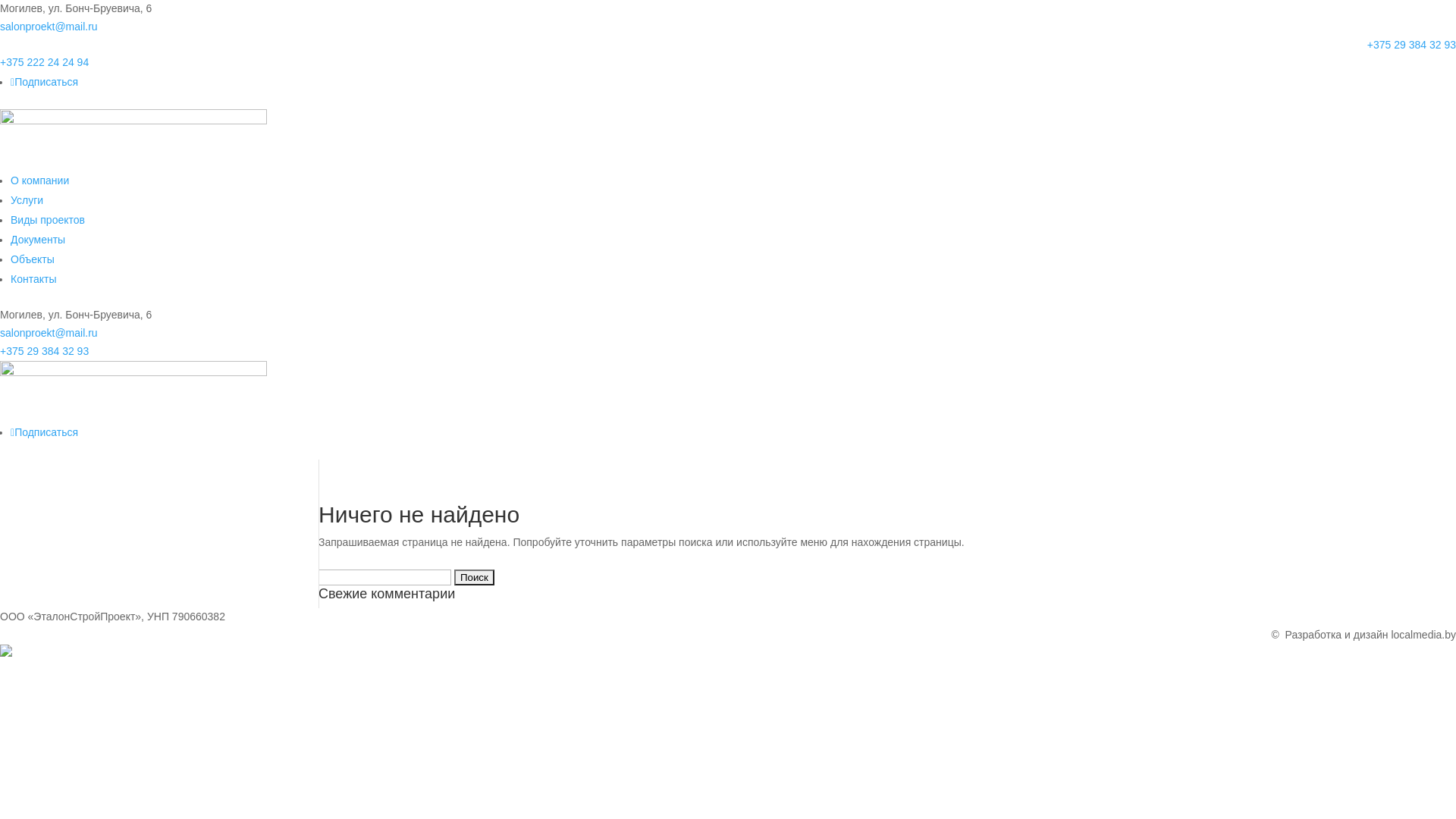 The image size is (1456, 819). Describe the element at coordinates (44, 350) in the screenshot. I see `'+375 29 384 32 93'` at that location.